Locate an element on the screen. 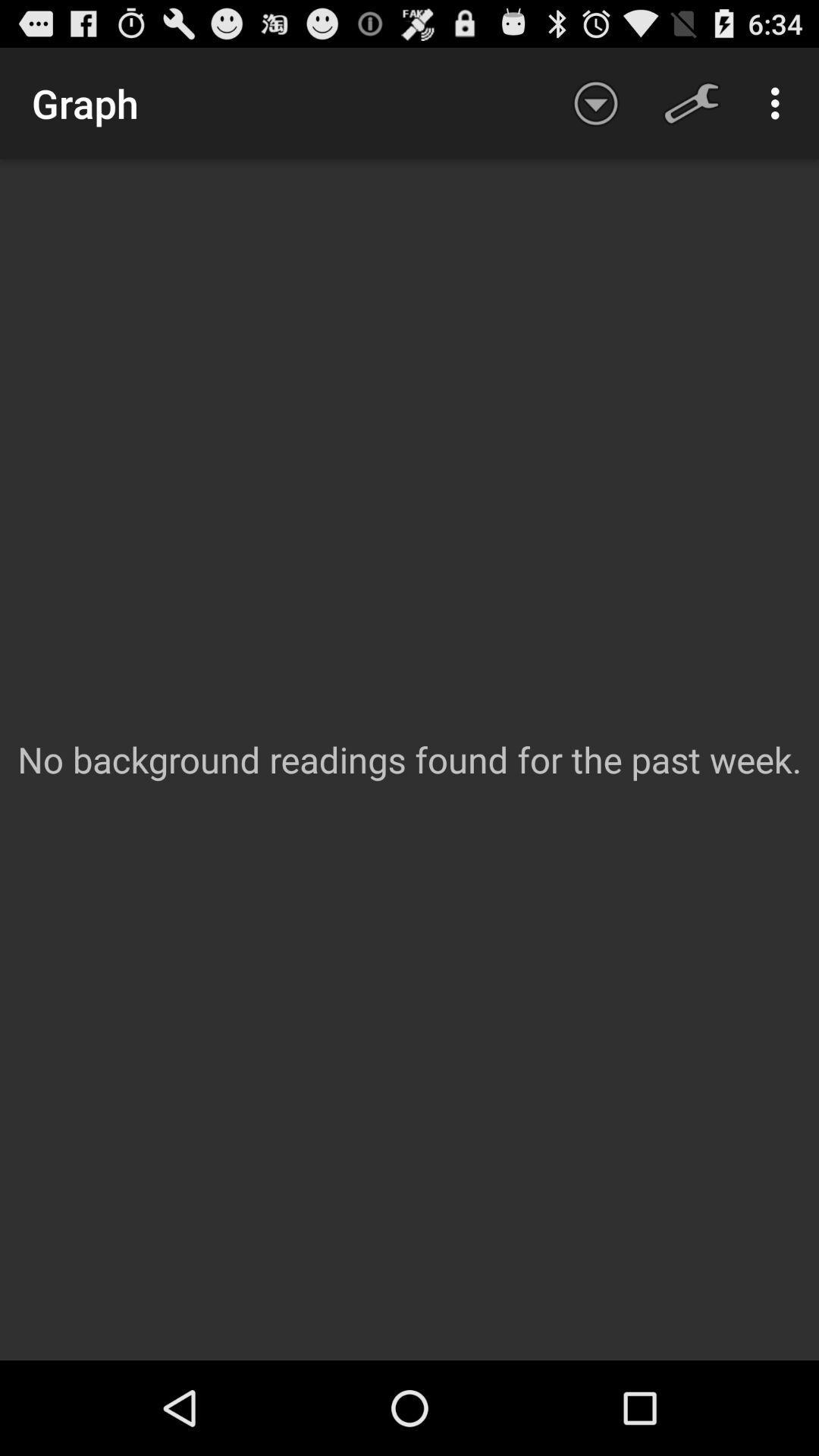 This screenshot has width=819, height=1456. the icon above no background readings is located at coordinates (691, 102).